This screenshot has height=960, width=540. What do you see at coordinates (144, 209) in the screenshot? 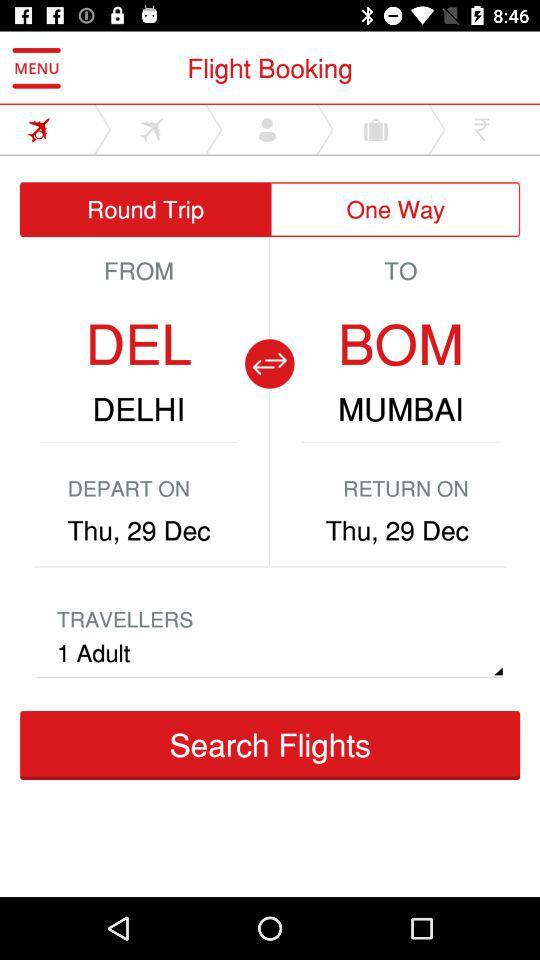
I see `item to the left of one way item` at bounding box center [144, 209].